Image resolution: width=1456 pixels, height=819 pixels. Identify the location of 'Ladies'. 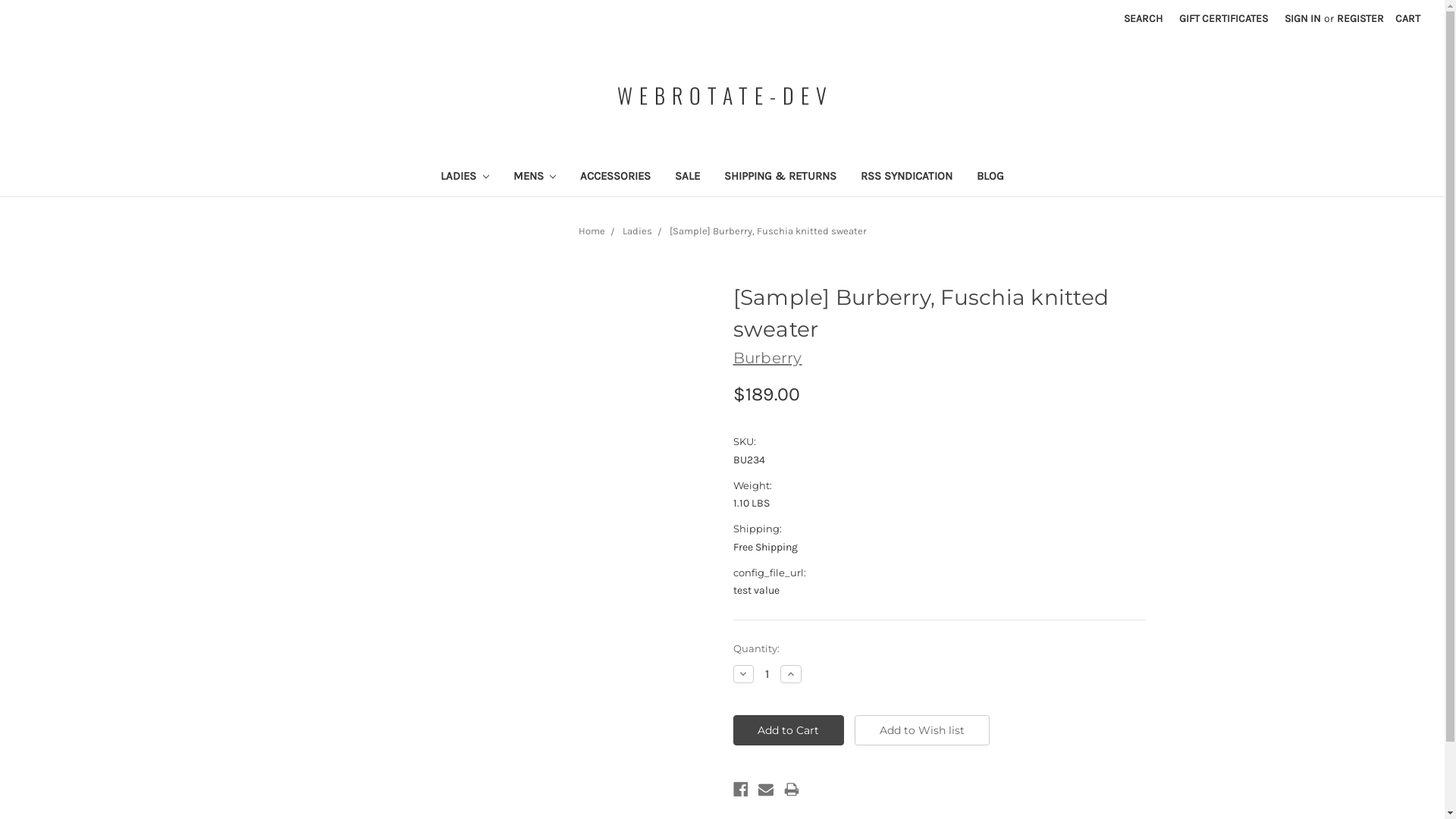
(636, 231).